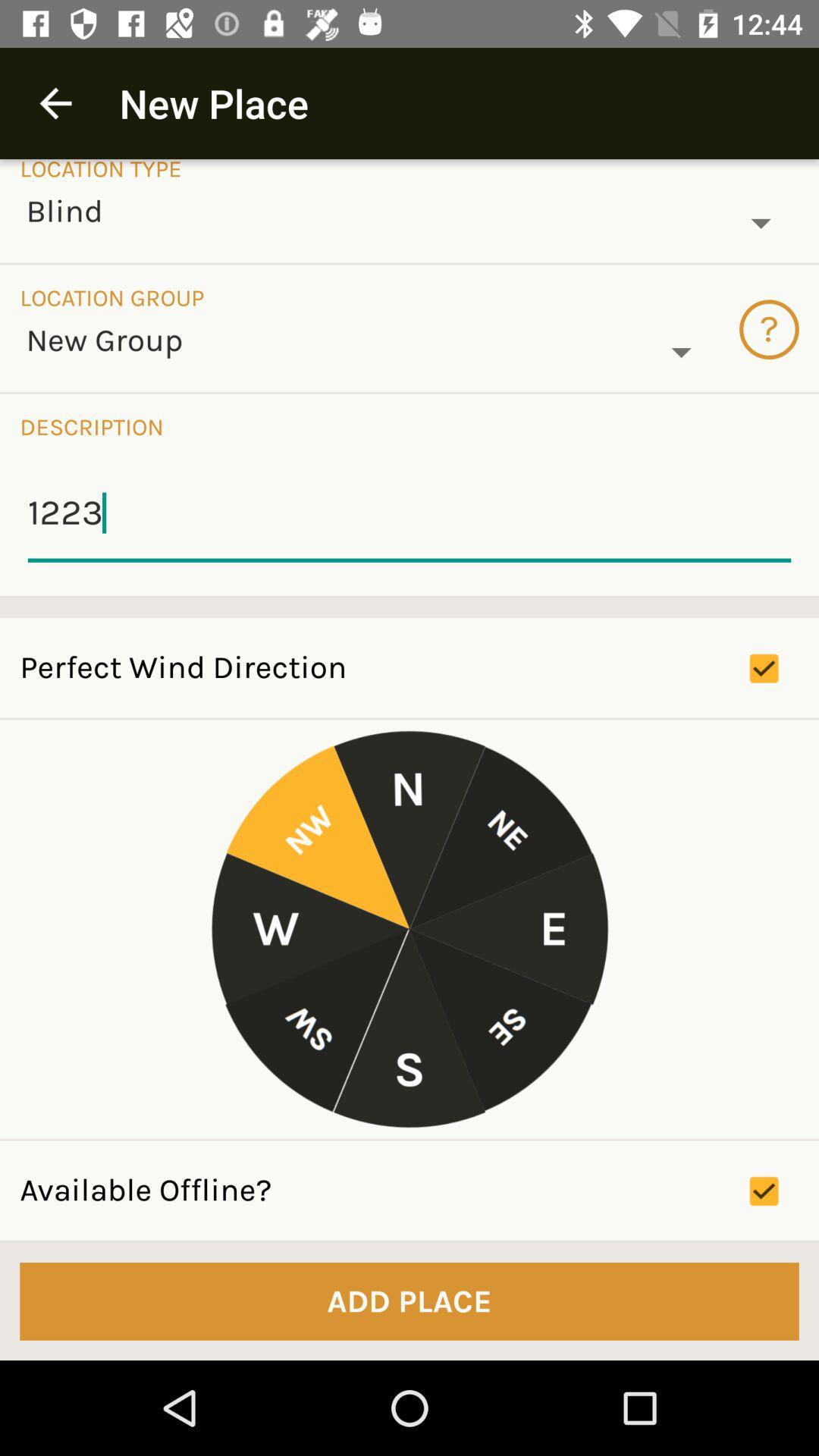 This screenshot has height=1456, width=819. I want to click on the check box right to perfect wind direction, so click(783, 668).